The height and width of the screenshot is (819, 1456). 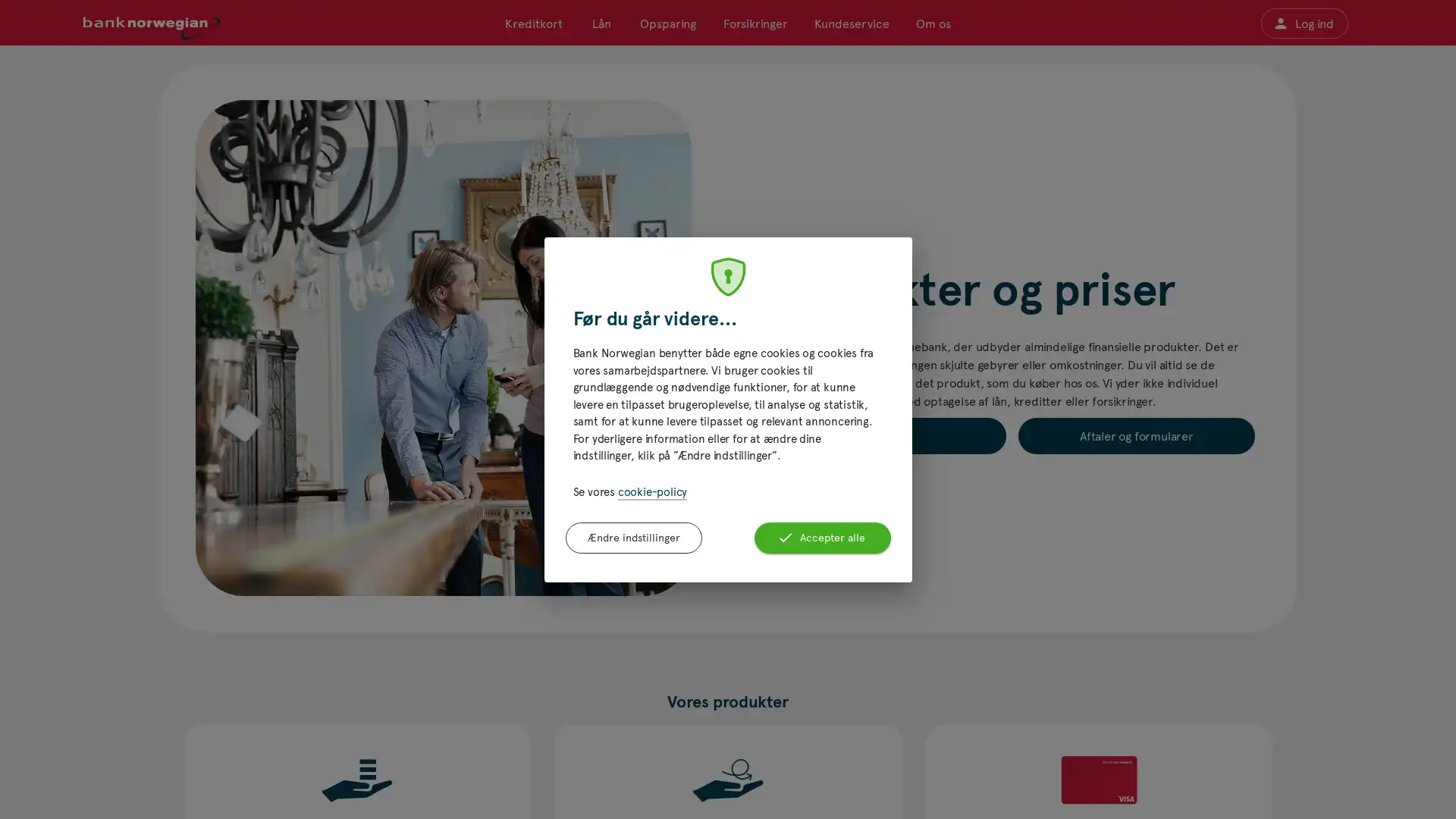 What do you see at coordinates (633, 537) in the screenshot?
I see `ndre indstillinger` at bounding box center [633, 537].